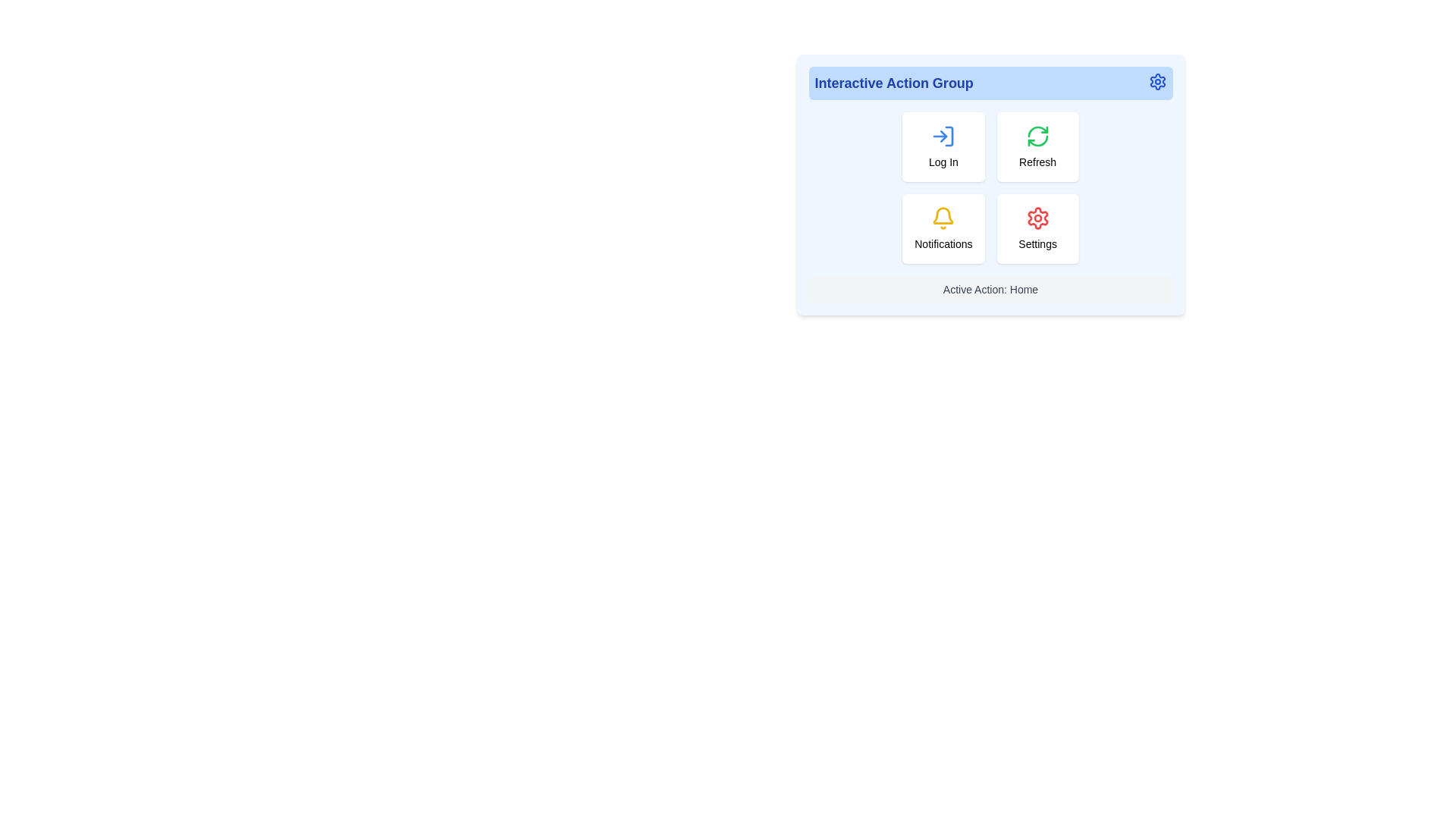 The height and width of the screenshot is (819, 1456). Describe the element at coordinates (943, 146) in the screenshot. I see `the 'Log In' button located in the top-left position of a 2x2 grid layout to initiate the login process` at that location.